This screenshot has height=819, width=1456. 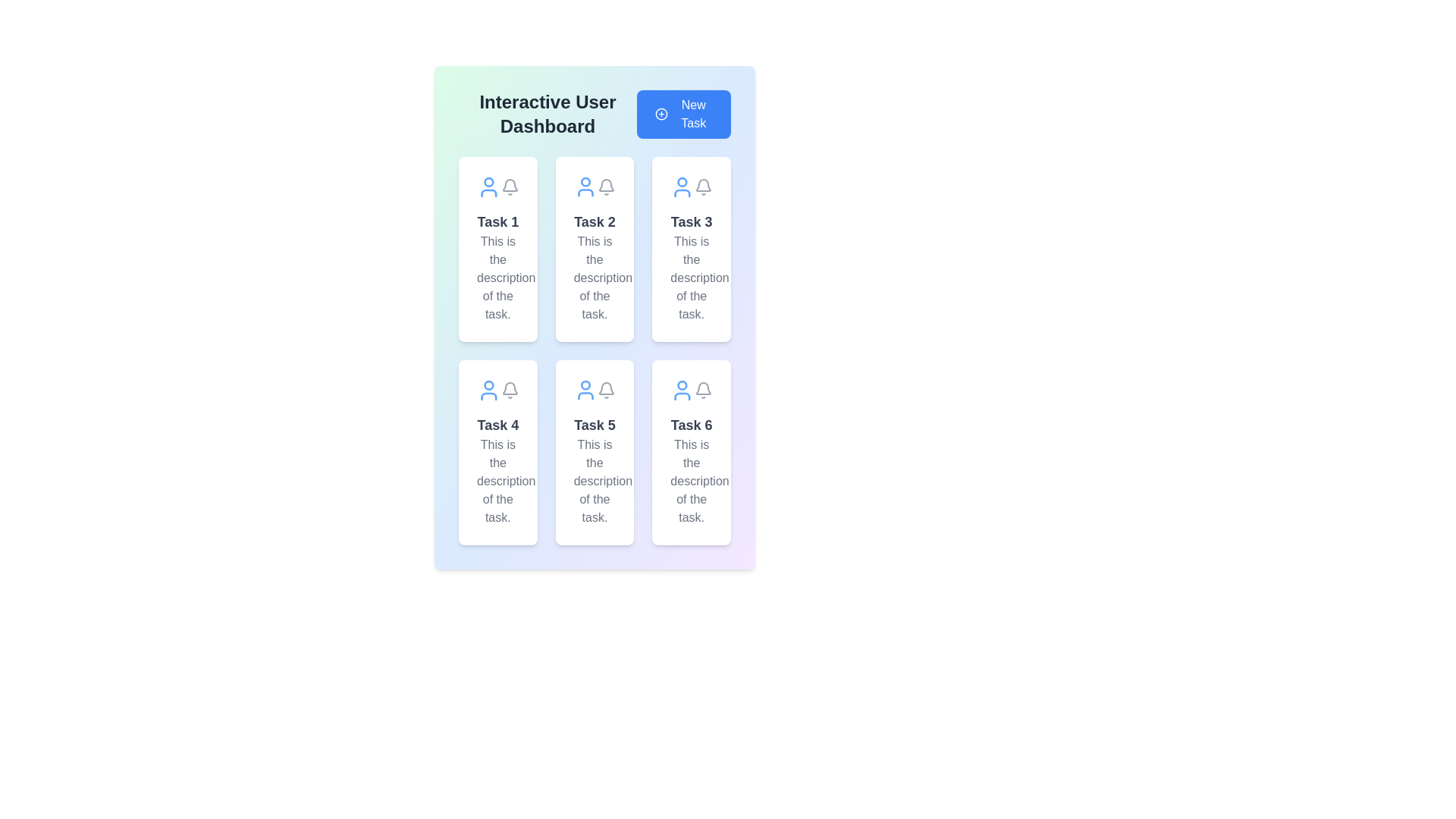 I want to click on the header text label displaying 'Task 6' located in the bottom-right card of the 2x3 grid layout, so click(x=691, y=425).